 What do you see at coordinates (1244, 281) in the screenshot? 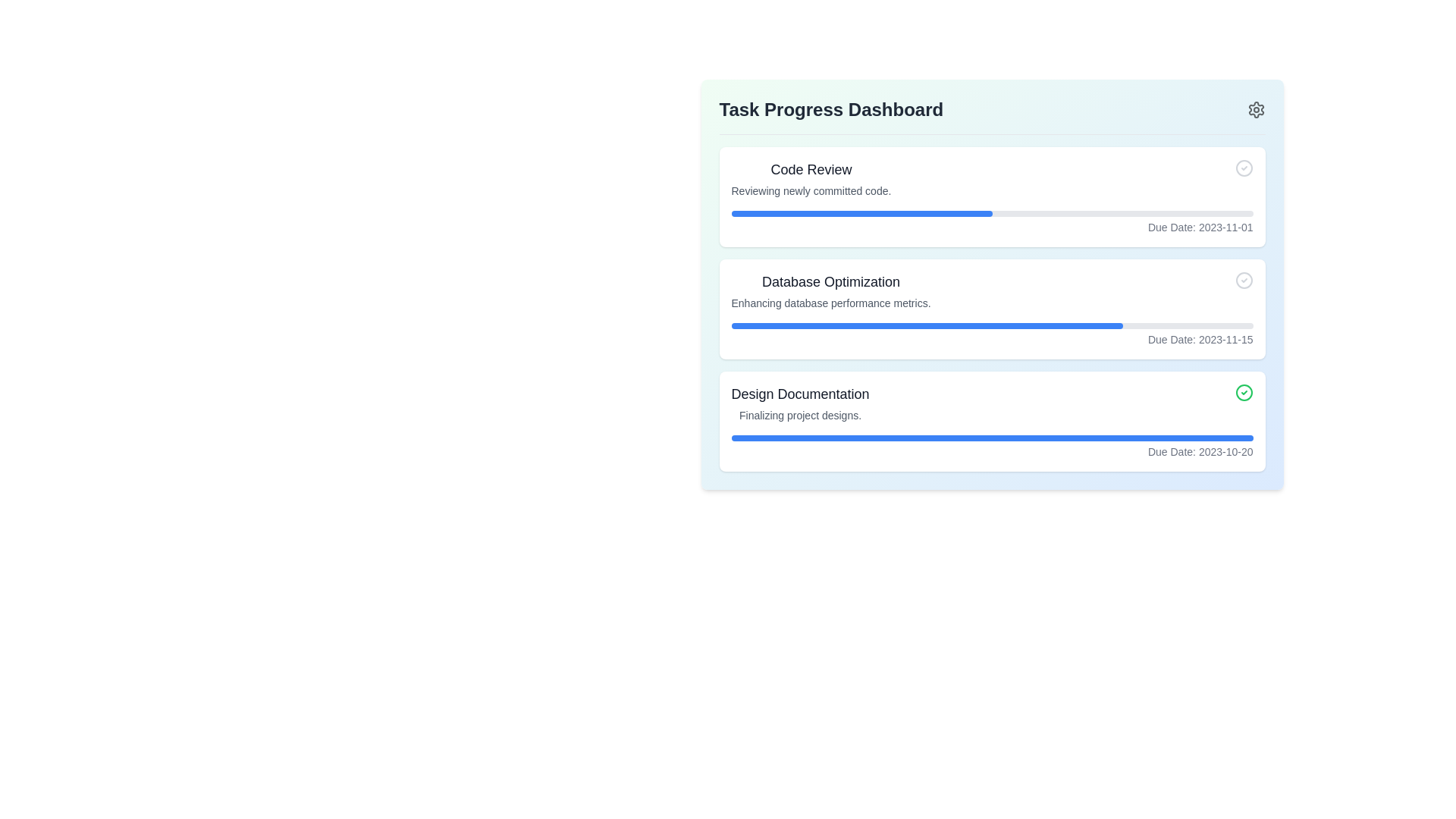
I see `the decorative or status-indicating SVG circle icon located to the right of the 'Database Optimization' task row in the task dashboard` at bounding box center [1244, 281].